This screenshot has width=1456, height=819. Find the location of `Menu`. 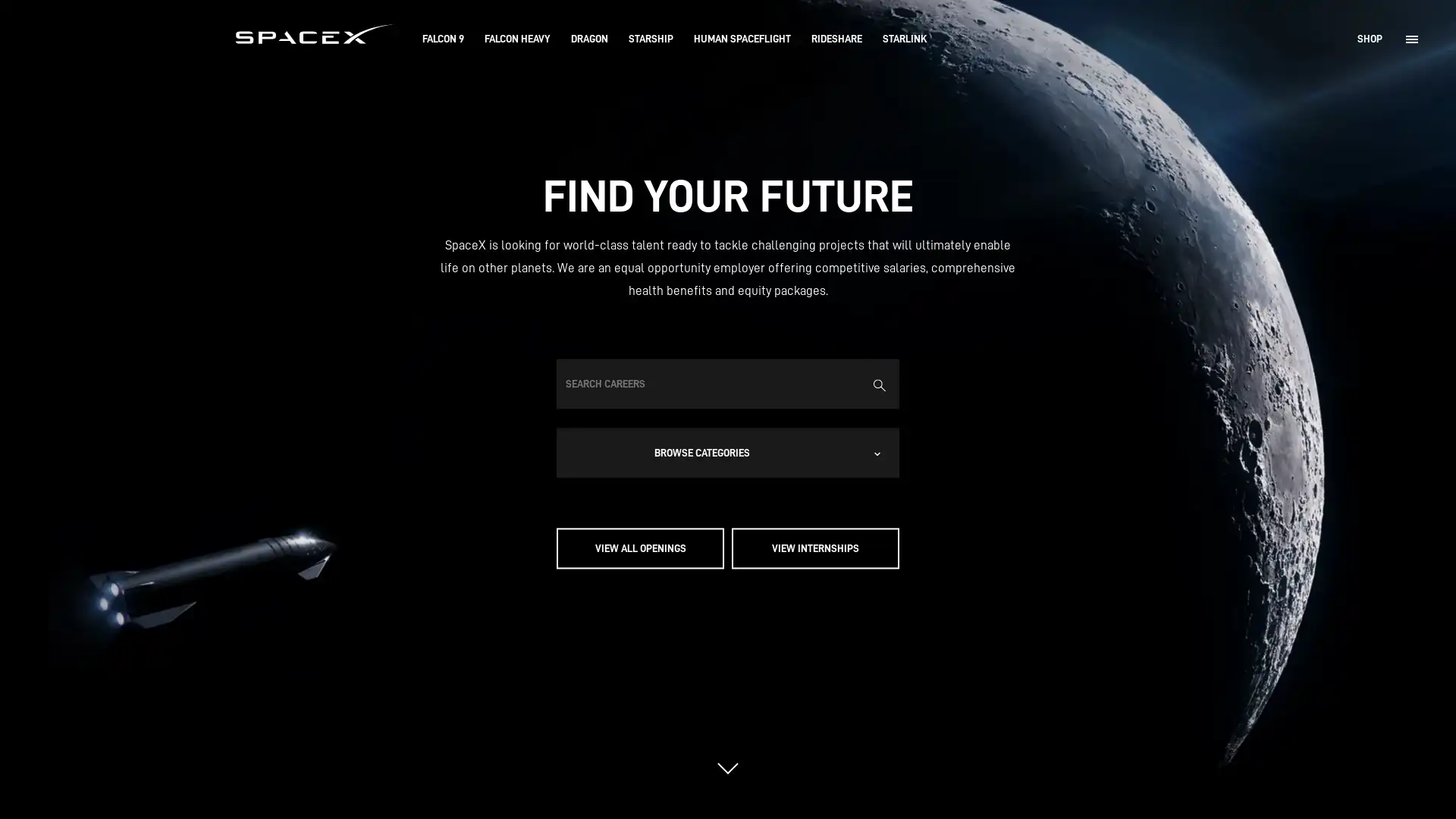

Menu is located at coordinates (1411, 38).